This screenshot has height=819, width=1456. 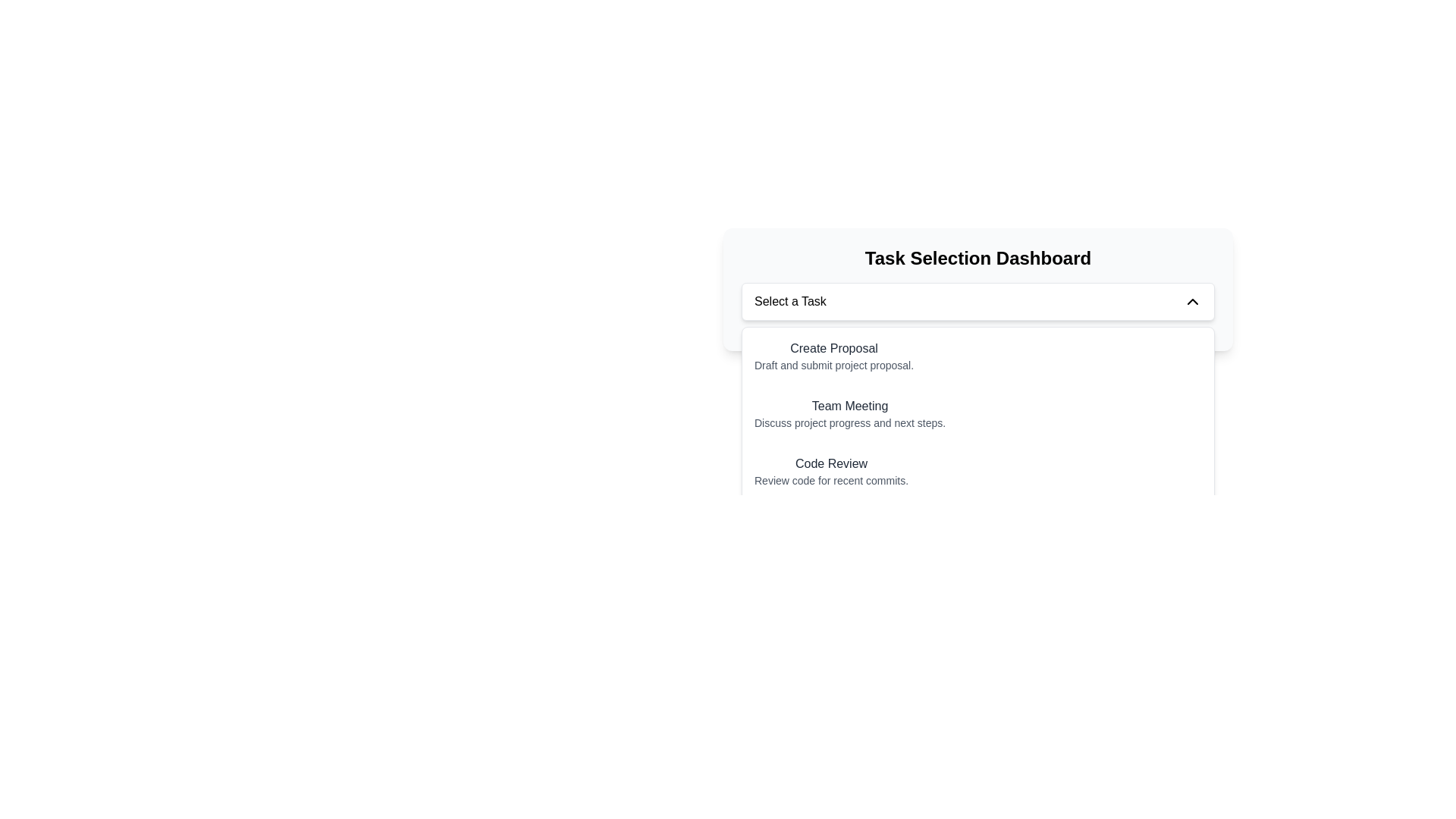 What do you see at coordinates (830, 470) in the screenshot?
I see `the third option in the 'Select a Task' dropdown menu labeled for code review` at bounding box center [830, 470].